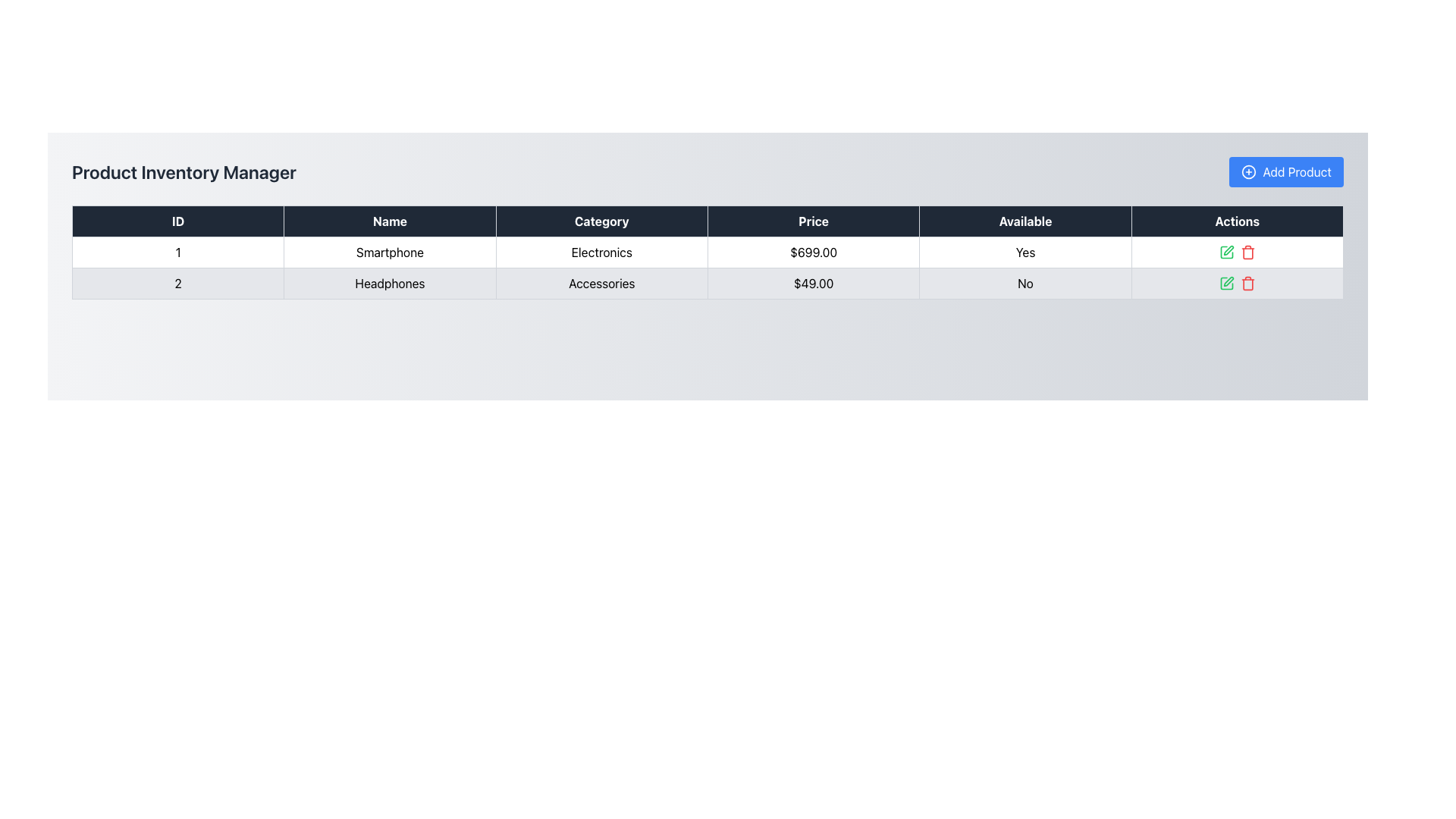 The image size is (1456, 819). Describe the element at coordinates (813, 221) in the screenshot. I see `the 'Price' header cell in the table to sort the column` at that location.